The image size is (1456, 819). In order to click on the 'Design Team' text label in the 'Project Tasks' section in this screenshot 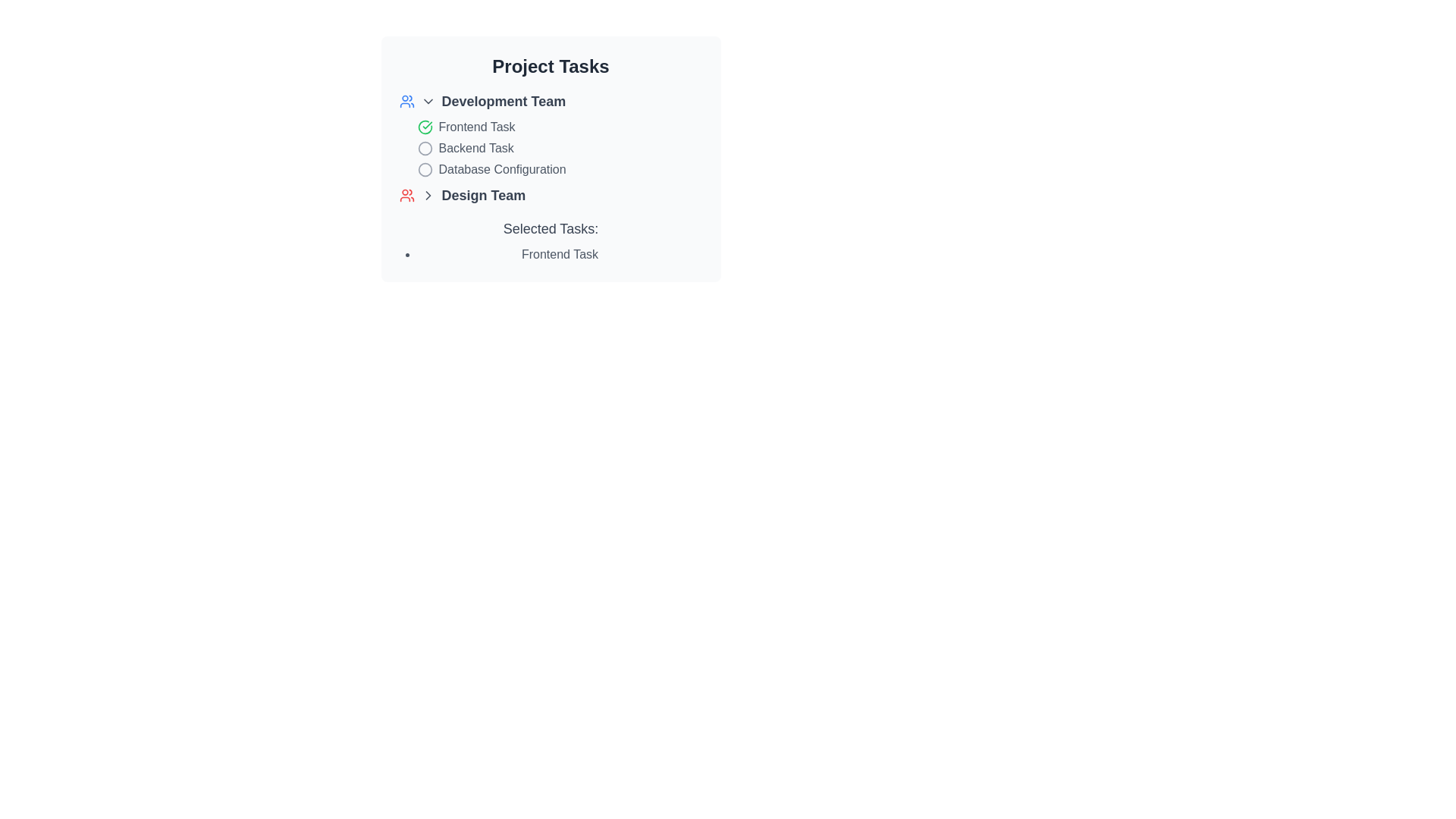, I will do `click(482, 195)`.